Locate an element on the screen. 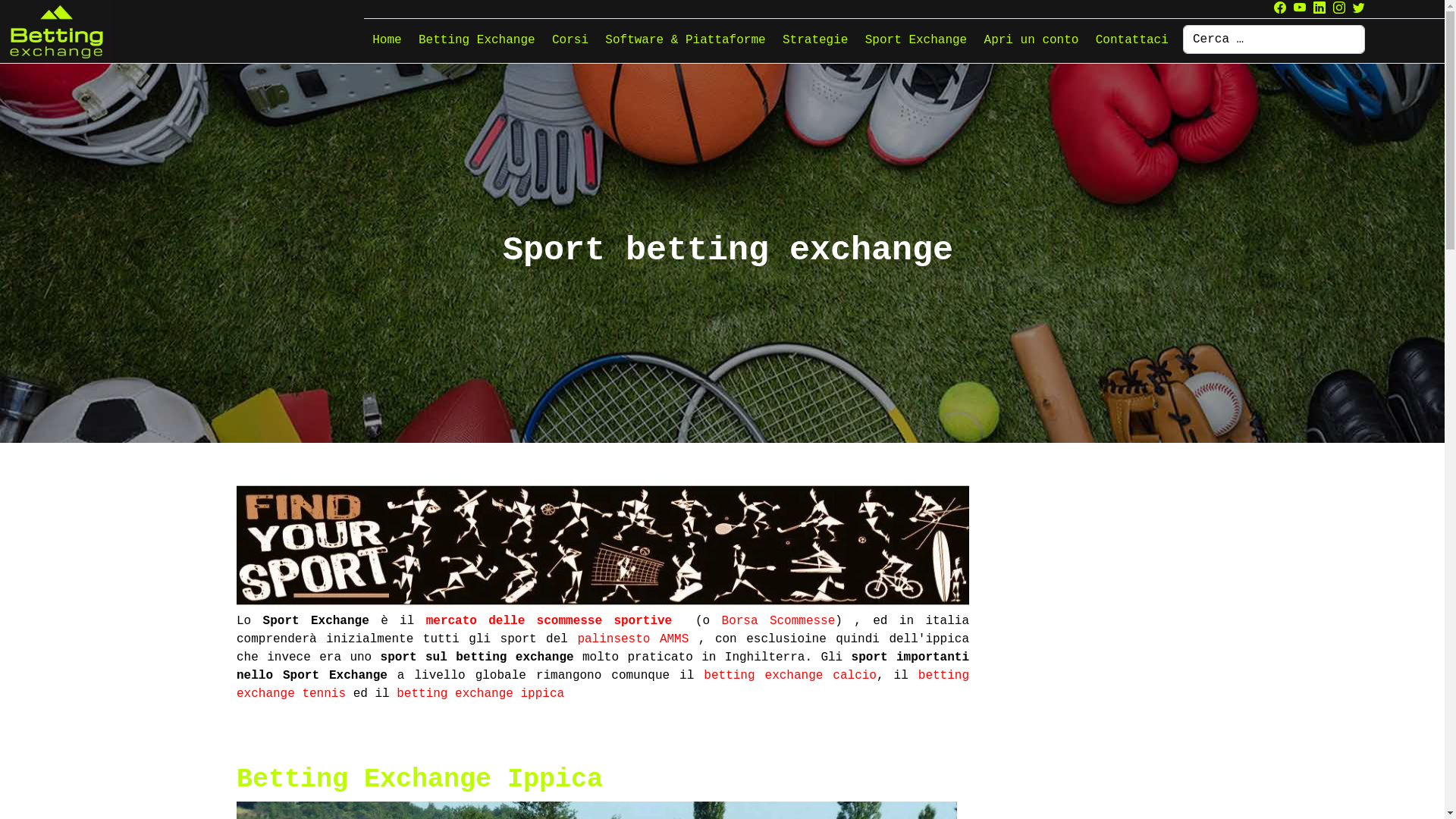 This screenshot has height=819, width=1456. 'palinsesto AMMS' is located at coordinates (632, 639).